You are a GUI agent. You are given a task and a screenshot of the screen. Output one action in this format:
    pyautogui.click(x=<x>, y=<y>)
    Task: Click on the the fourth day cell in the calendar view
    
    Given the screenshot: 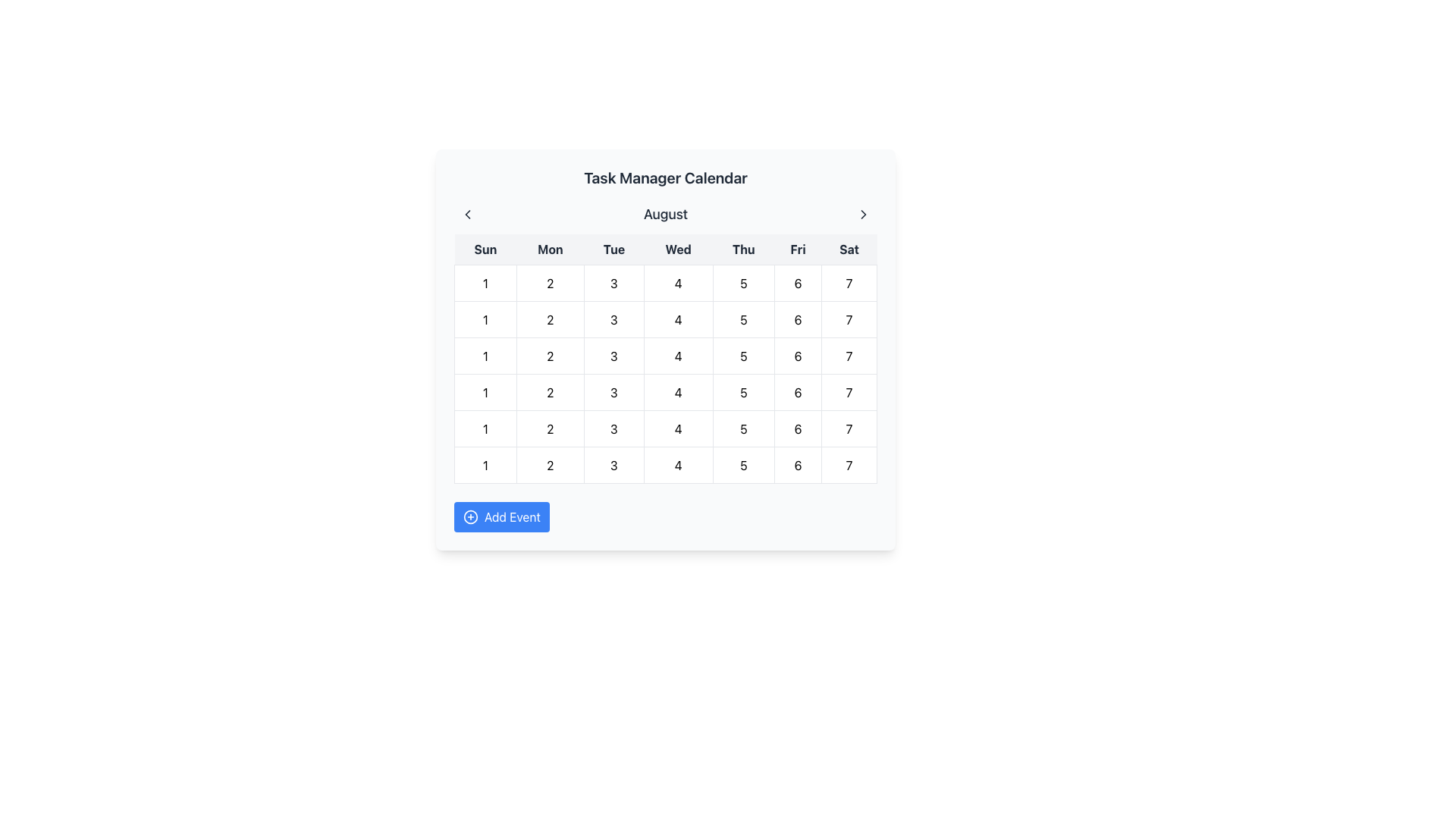 What is the action you would take?
    pyautogui.click(x=677, y=464)
    